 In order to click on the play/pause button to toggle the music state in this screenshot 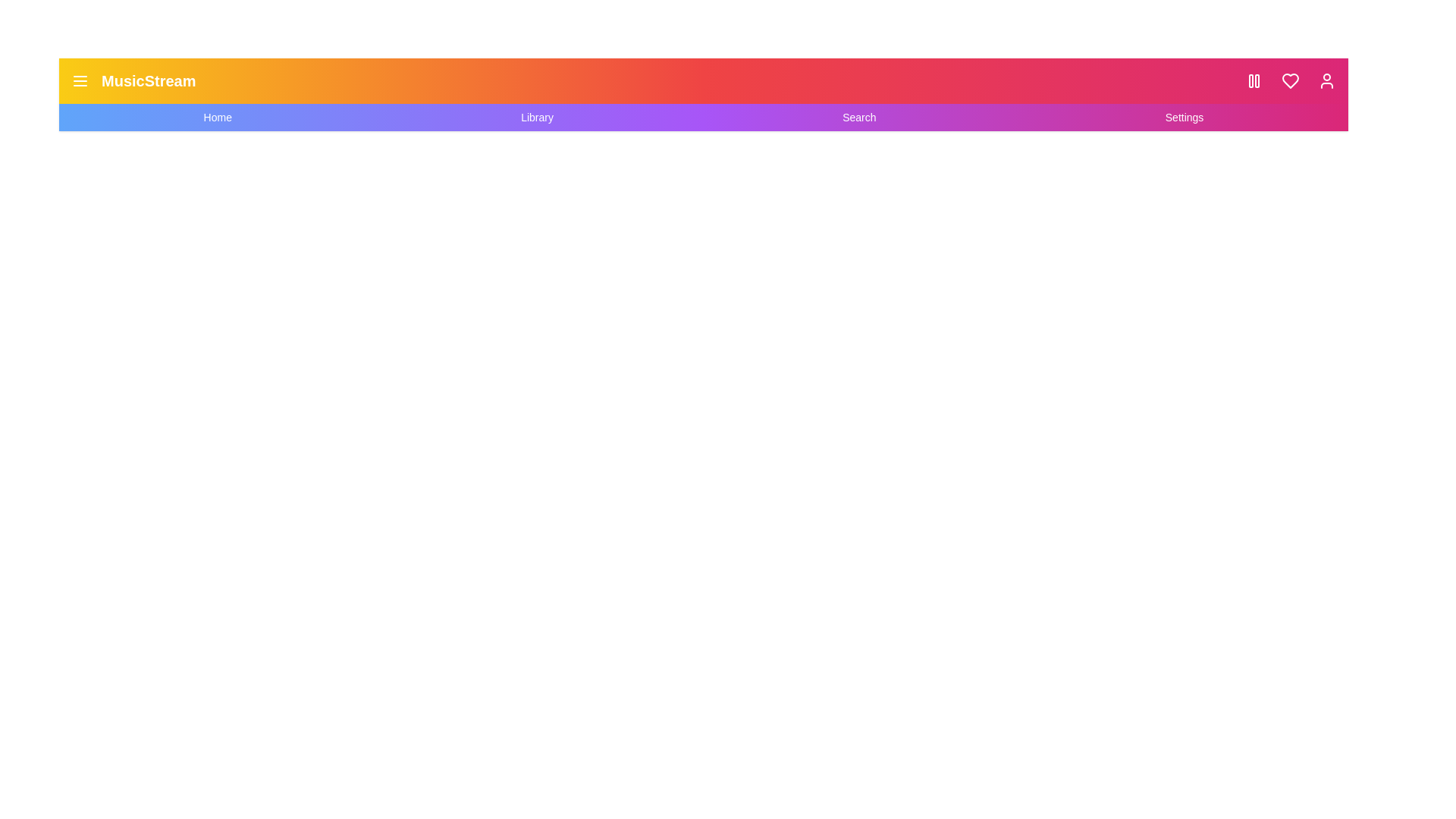, I will do `click(1254, 81)`.